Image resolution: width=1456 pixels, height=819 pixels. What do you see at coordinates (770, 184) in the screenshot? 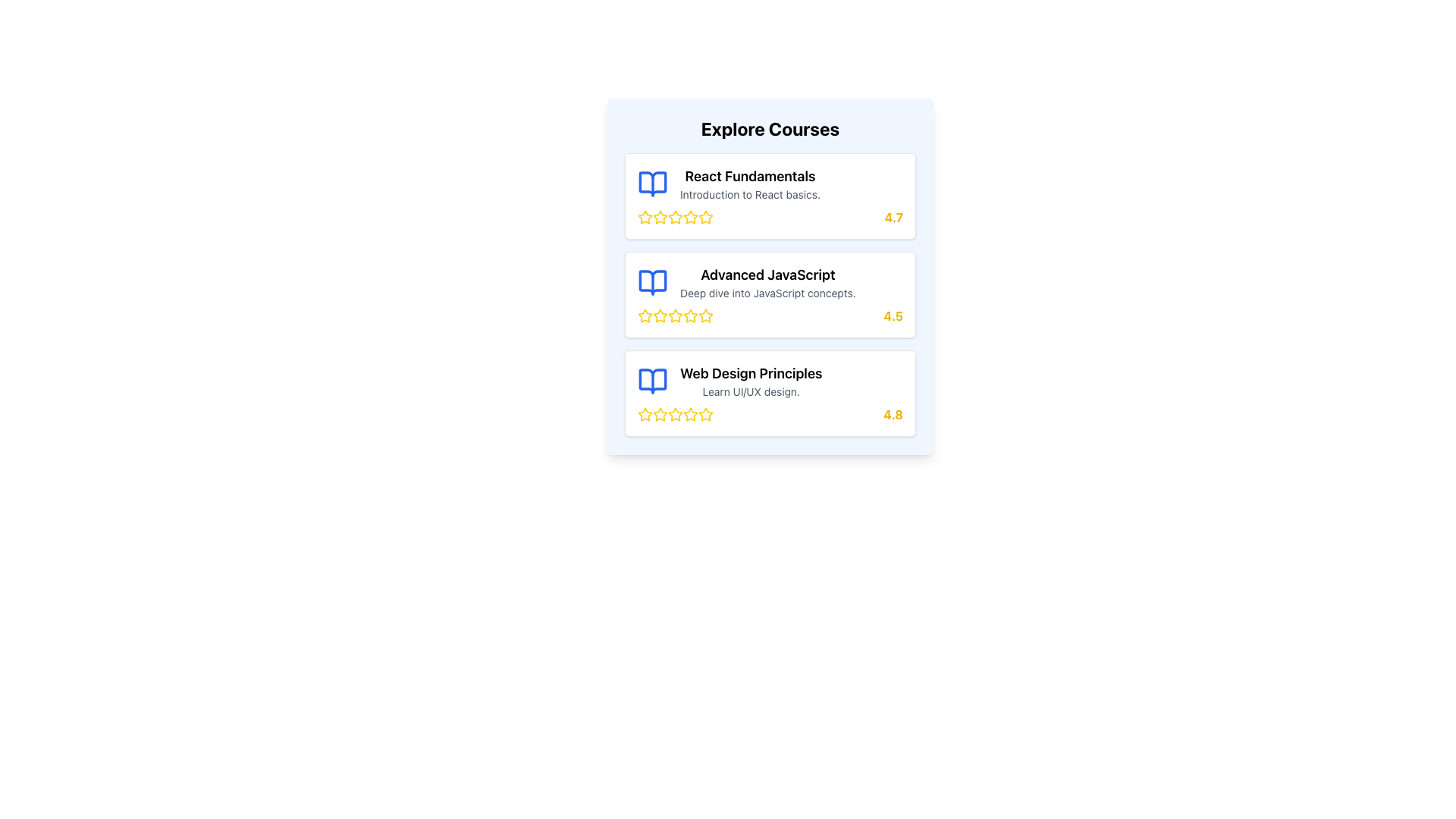
I see `the course name text on the content display card at the top of the card layout` at bounding box center [770, 184].